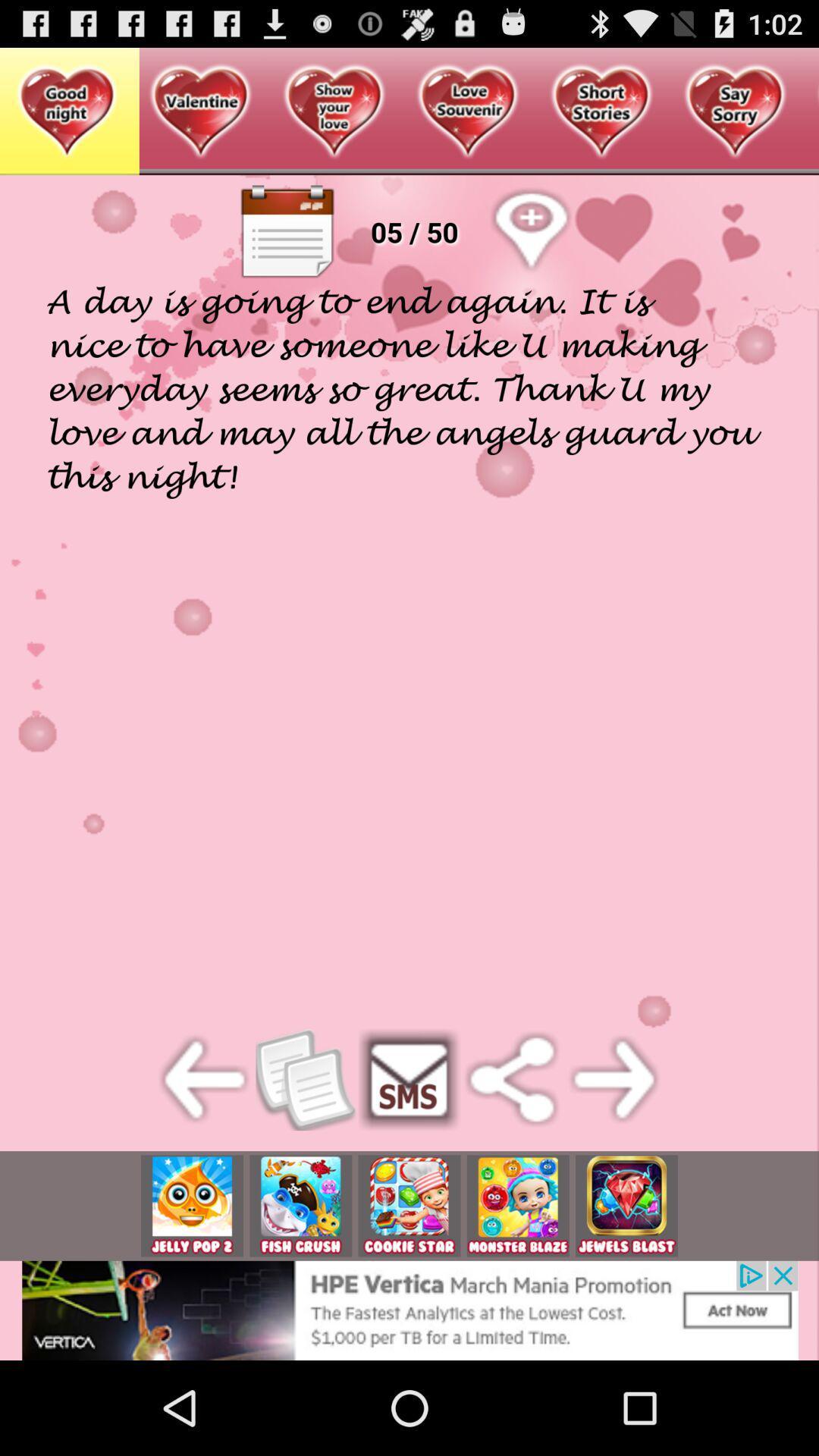 The height and width of the screenshot is (1456, 819). What do you see at coordinates (614, 1078) in the screenshot?
I see `go forward` at bounding box center [614, 1078].